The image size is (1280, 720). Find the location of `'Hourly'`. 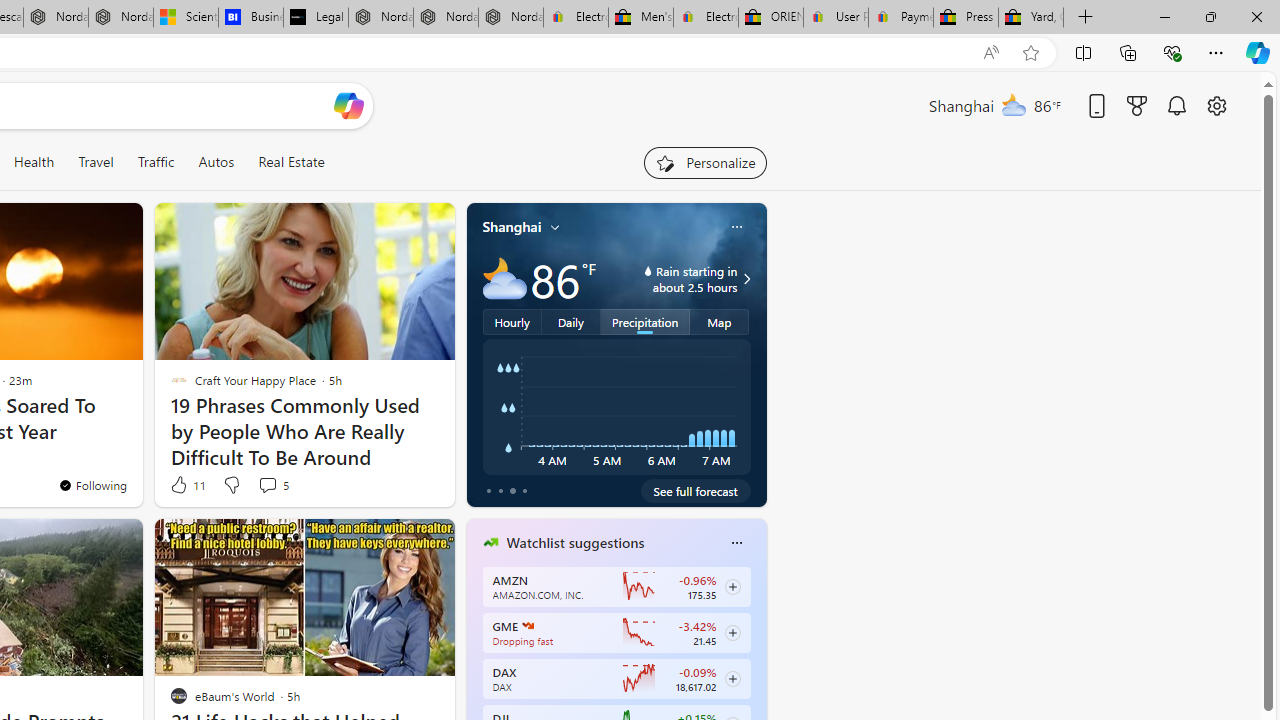

'Hourly' is located at coordinates (512, 320).